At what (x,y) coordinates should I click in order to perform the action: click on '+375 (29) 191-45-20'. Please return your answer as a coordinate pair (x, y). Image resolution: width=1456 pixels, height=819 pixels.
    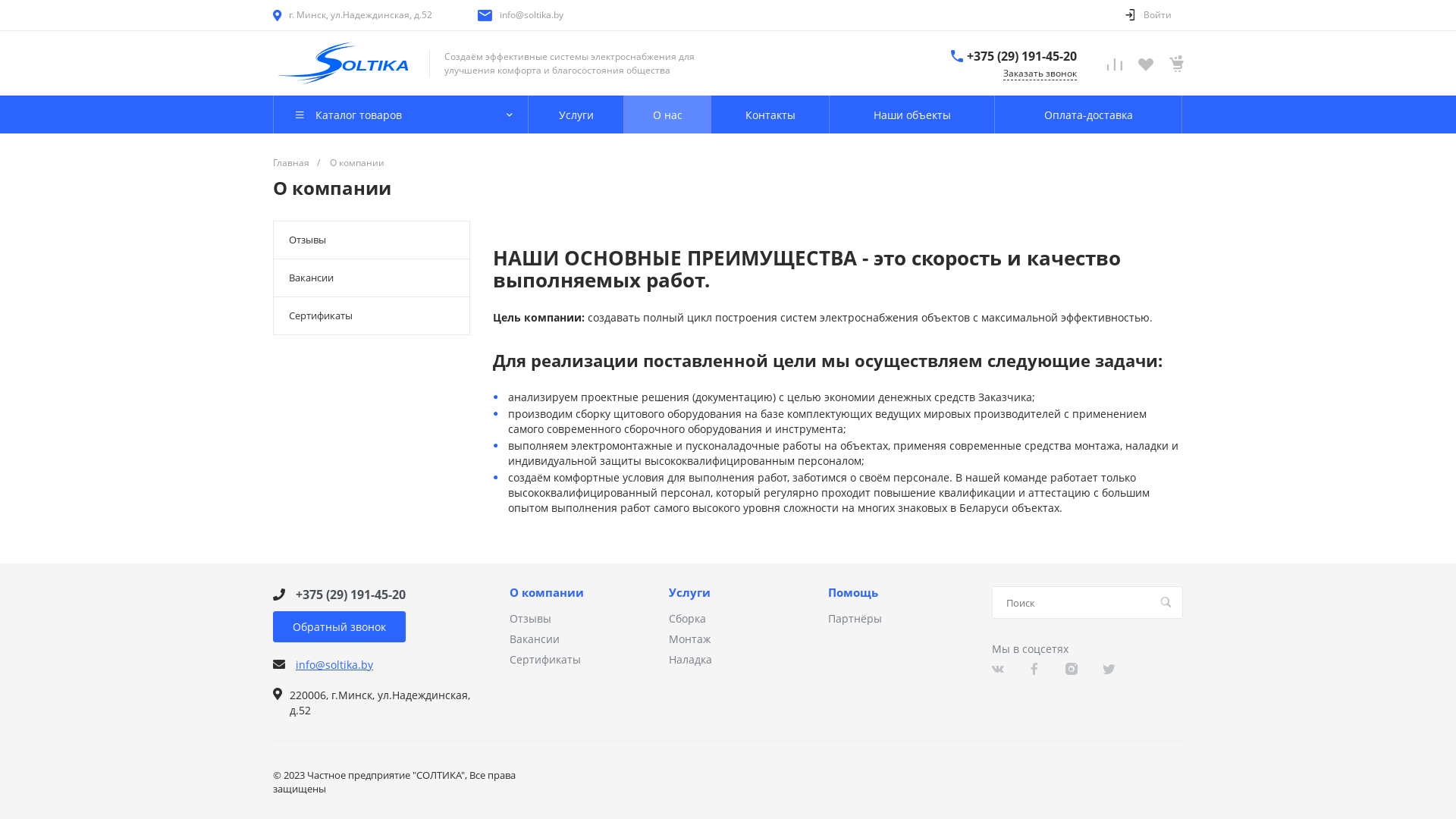
    Looking at the image, I should click on (1021, 55).